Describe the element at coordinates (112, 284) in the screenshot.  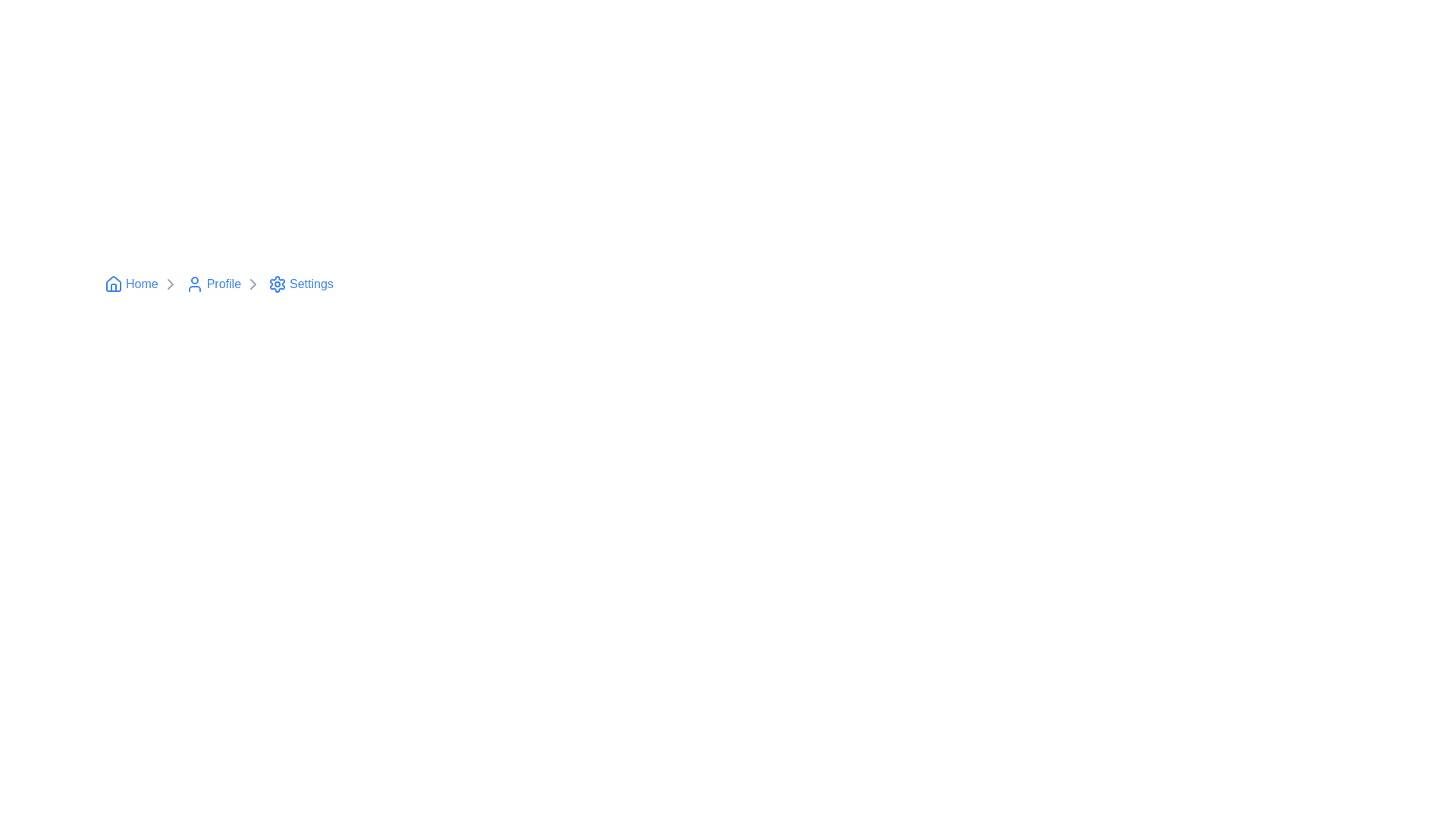
I see `the 'Home' icon located on the far leftmost position of the breadcrumb navigation bar, which is associated with the text label 'Home'` at that location.